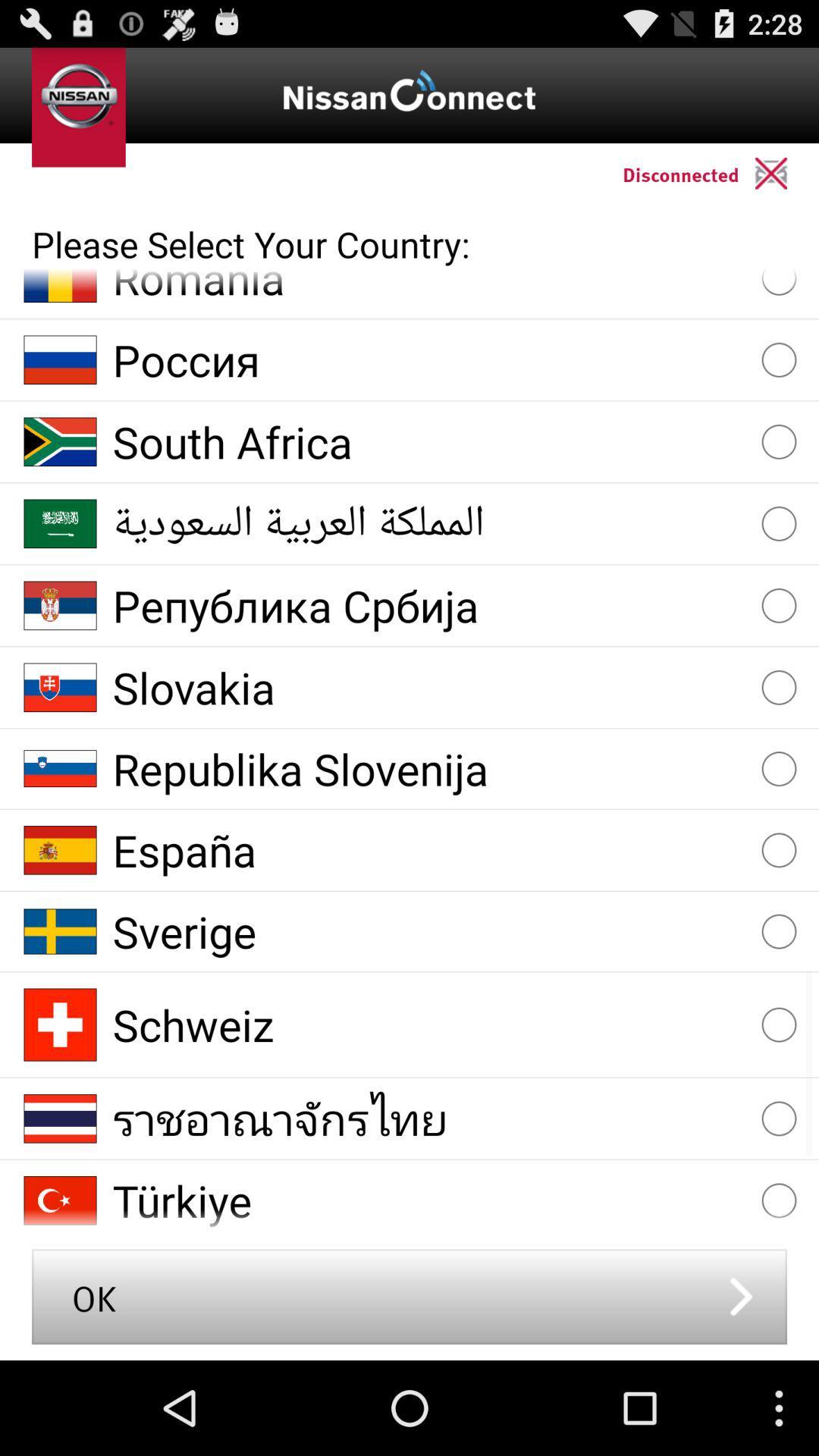 The width and height of the screenshot is (819, 1456). I want to click on item above ok button, so click(430, 1199).